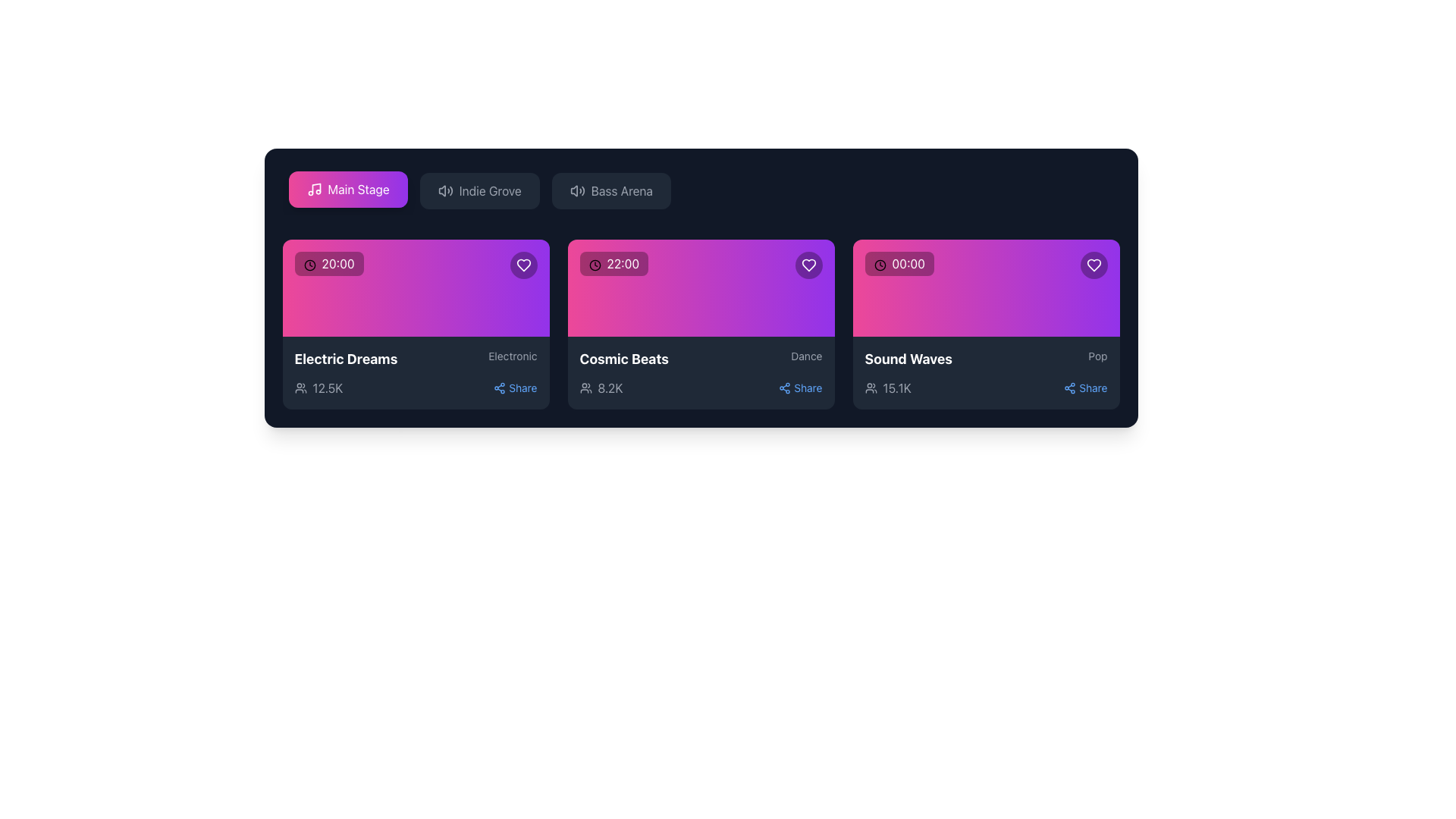 This screenshot has height=819, width=1456. I want to click on the 'Share' button, which is styled with a light blue font color and located on the rightmost side of the 'Cosmic Beats' card at the bottom of the layout, so click(799, 388).